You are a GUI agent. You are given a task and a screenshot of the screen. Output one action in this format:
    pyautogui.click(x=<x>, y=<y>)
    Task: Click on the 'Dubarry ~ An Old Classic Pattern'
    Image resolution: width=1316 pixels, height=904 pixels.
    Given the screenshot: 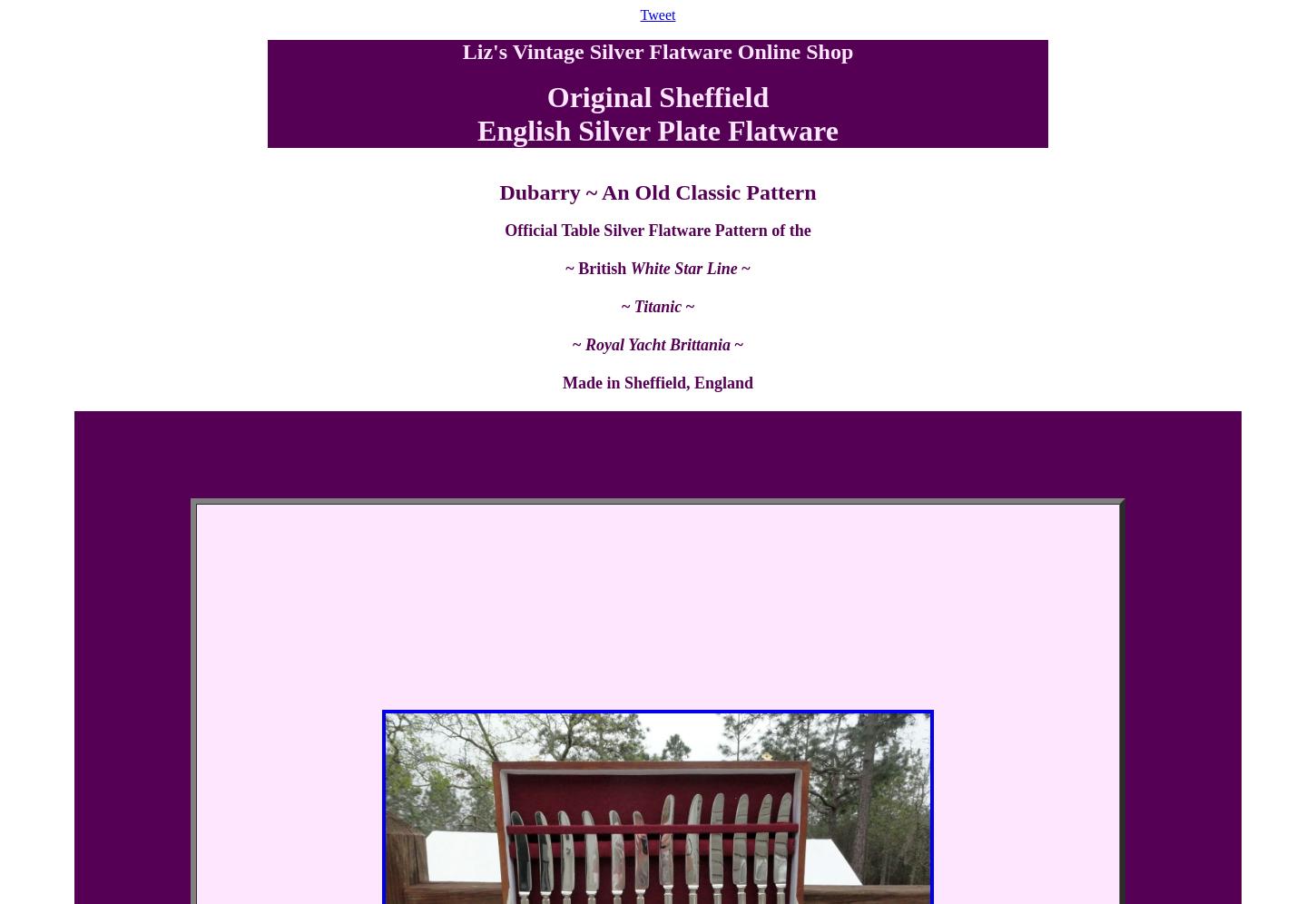 What is the action you would take?
    pyautogui.click(x=656, y=192)
    